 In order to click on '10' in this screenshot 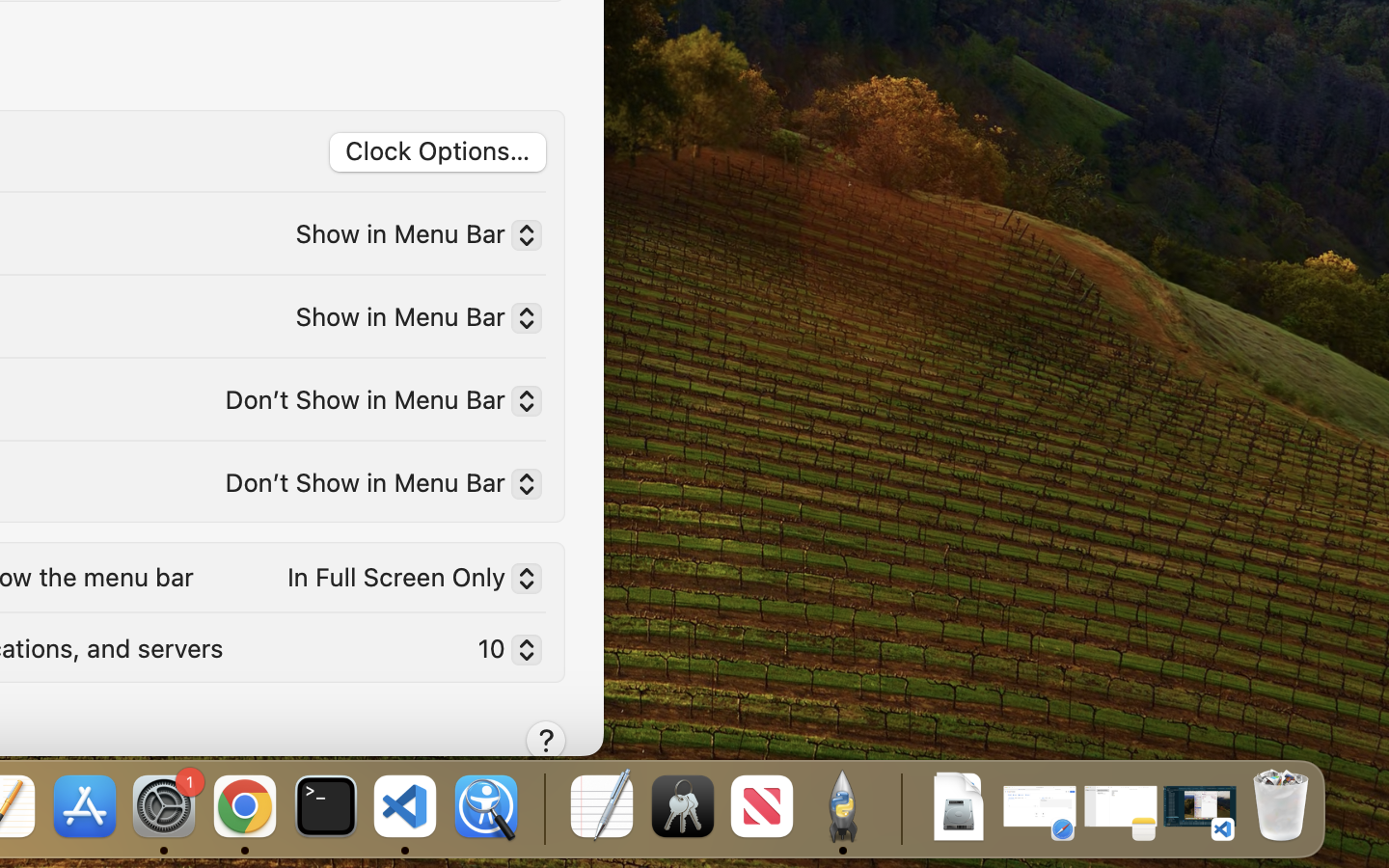, I will do `click(500, 651)`.